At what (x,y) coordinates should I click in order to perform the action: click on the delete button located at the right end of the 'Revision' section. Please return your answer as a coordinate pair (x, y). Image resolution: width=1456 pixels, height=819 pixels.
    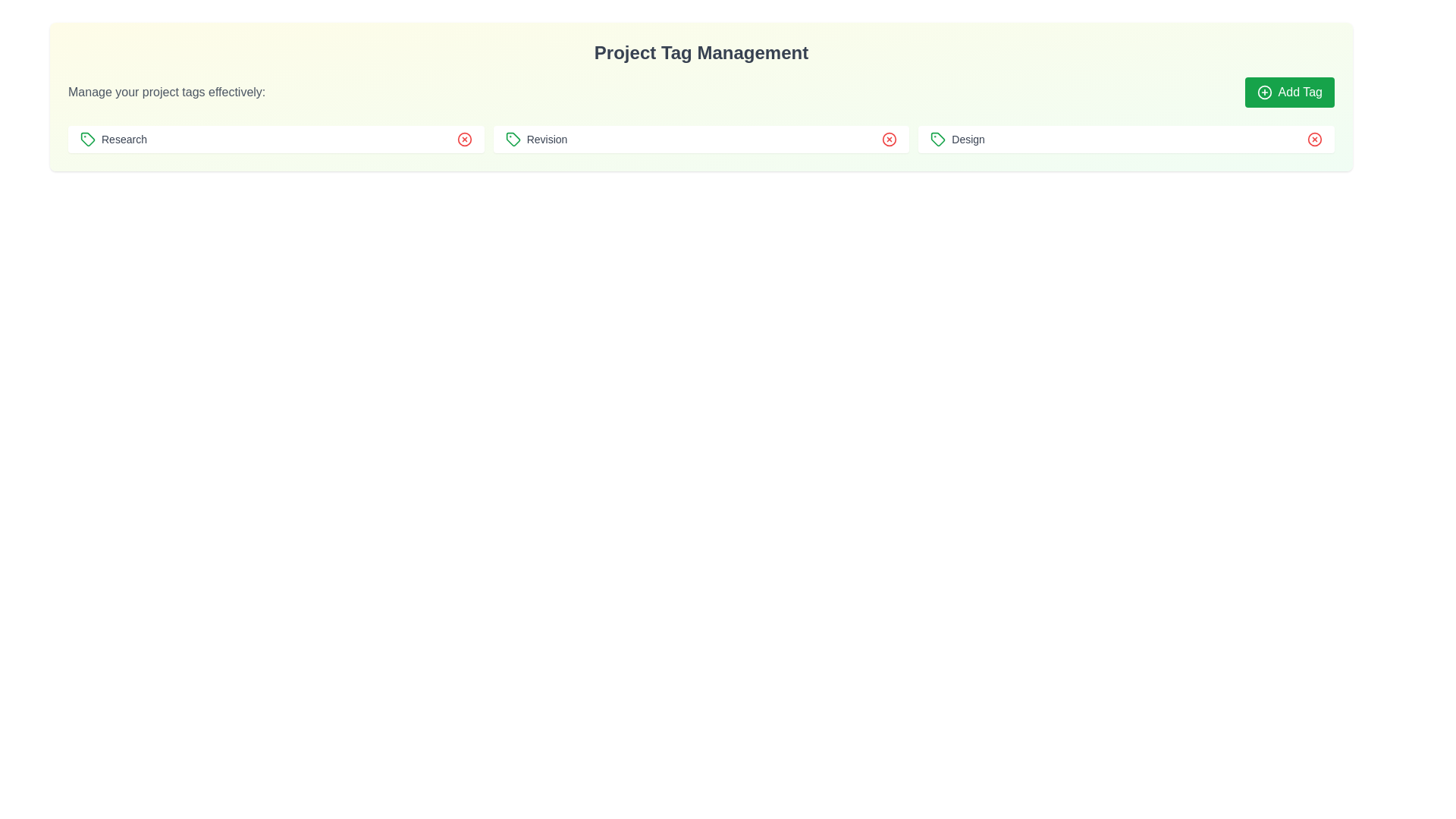
    Looking at the image, I should click on (890, 140).